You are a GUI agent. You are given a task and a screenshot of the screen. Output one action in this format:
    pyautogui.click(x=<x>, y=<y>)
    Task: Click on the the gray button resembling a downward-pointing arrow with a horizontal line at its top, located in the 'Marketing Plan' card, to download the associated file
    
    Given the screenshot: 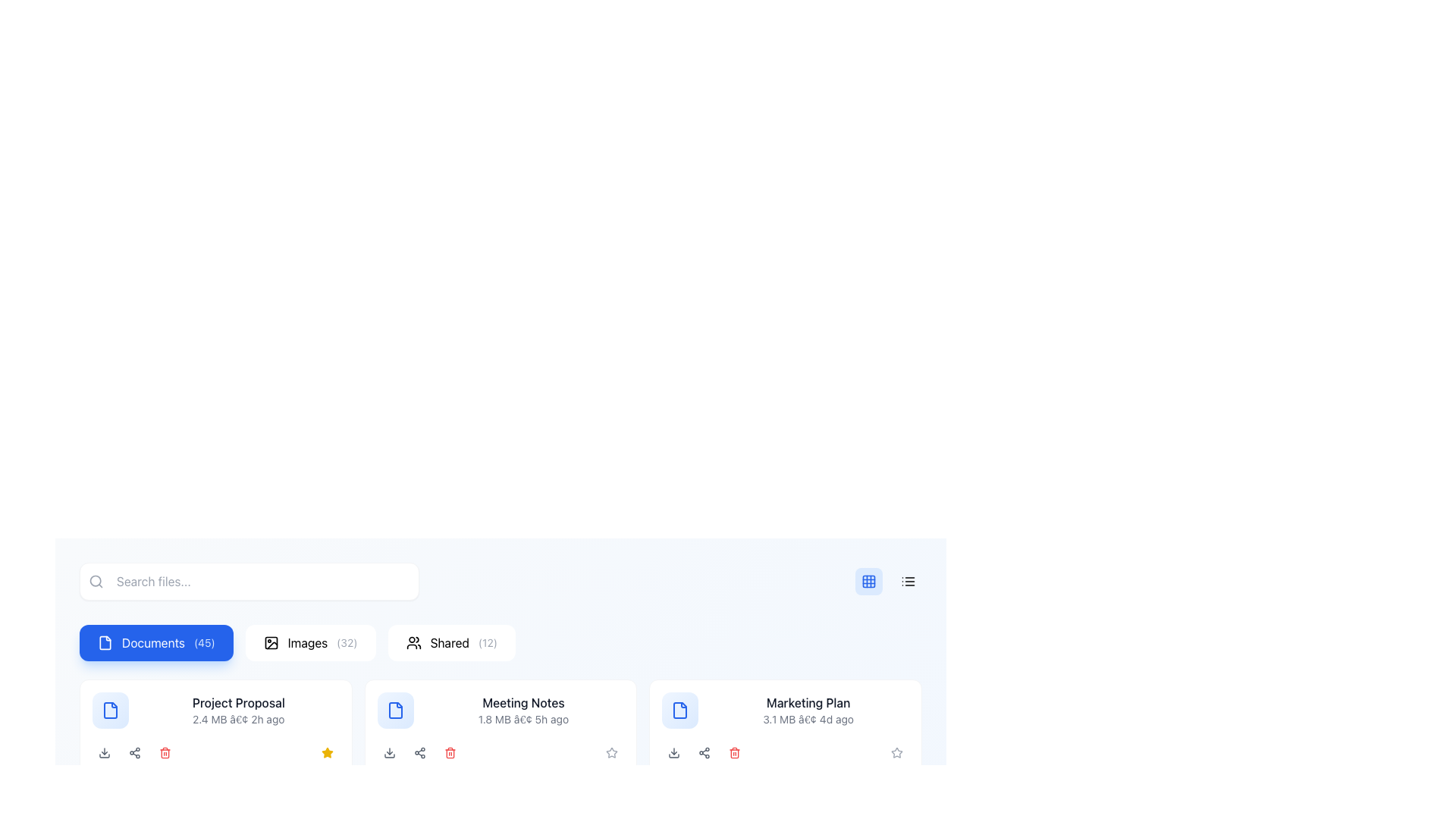 What is the action you would take?
    pyautogui.click(x=673, y=752)
    